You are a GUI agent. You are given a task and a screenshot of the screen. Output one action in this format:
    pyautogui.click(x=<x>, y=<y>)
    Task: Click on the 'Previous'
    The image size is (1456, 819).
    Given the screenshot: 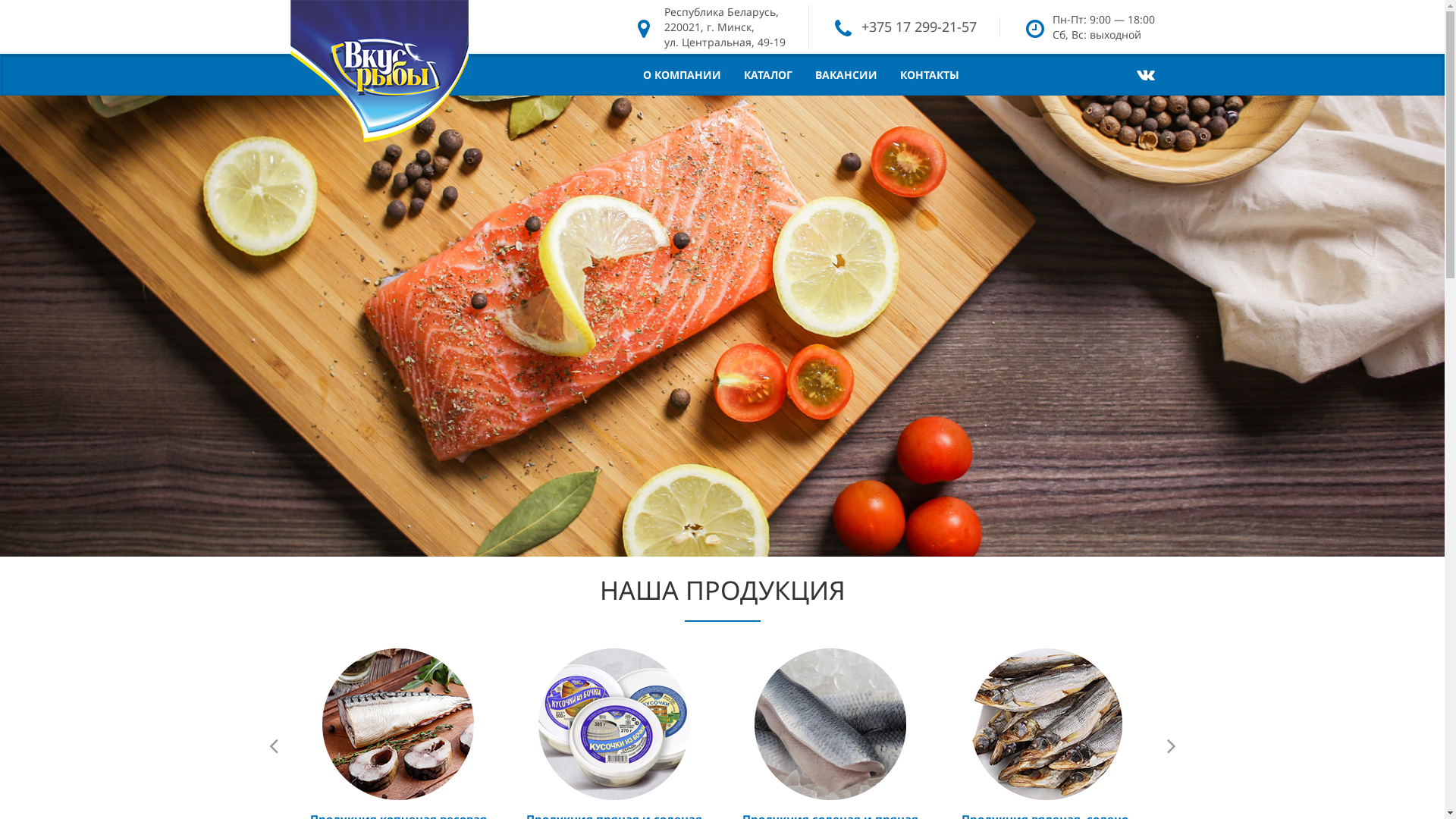 What is the action you would take?
    pyautogui.click(x=274, y=745)
    